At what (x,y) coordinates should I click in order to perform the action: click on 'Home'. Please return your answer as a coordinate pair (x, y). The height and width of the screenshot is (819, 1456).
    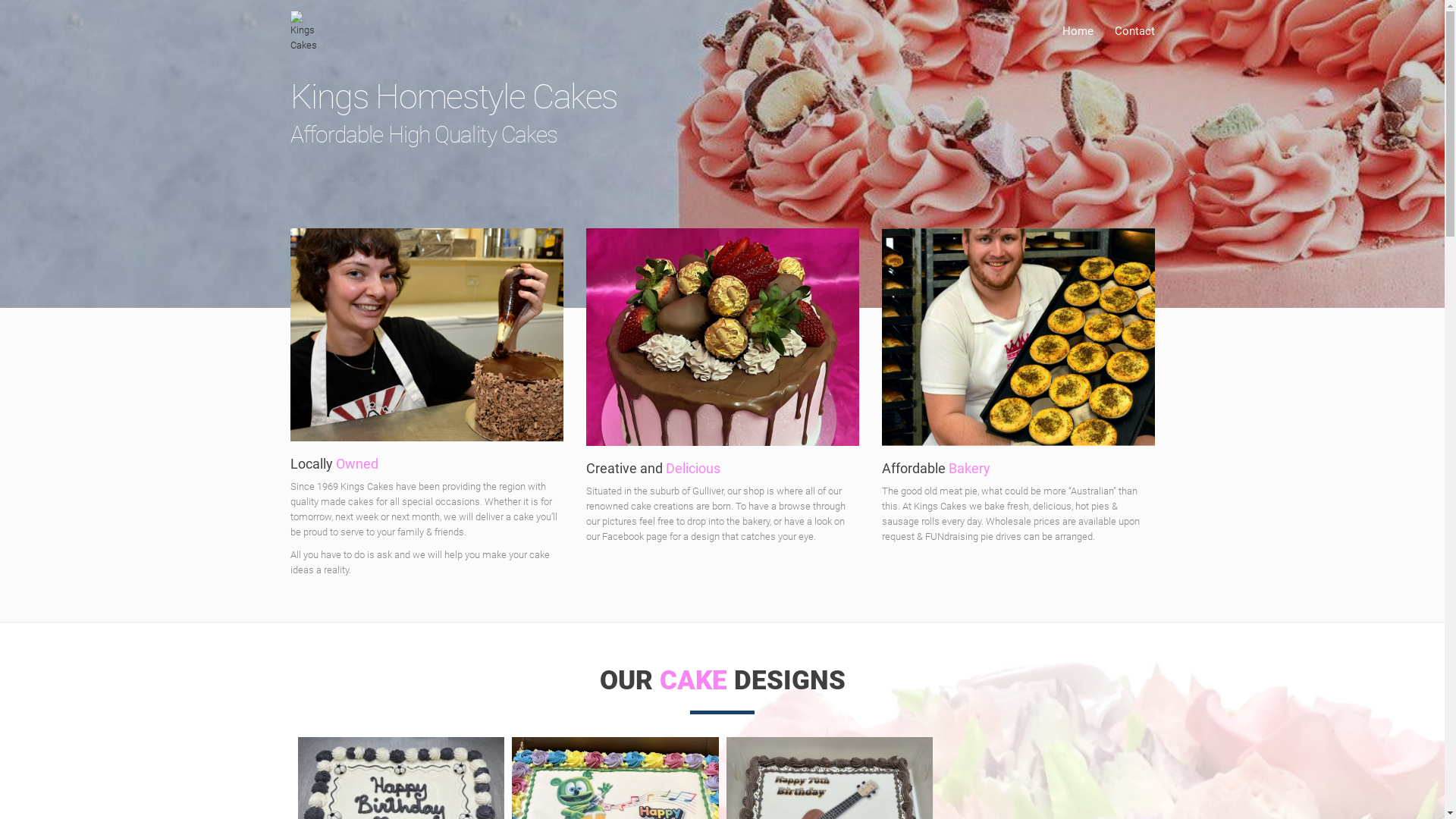
    Looking at the image, I should click on (1076, 31).